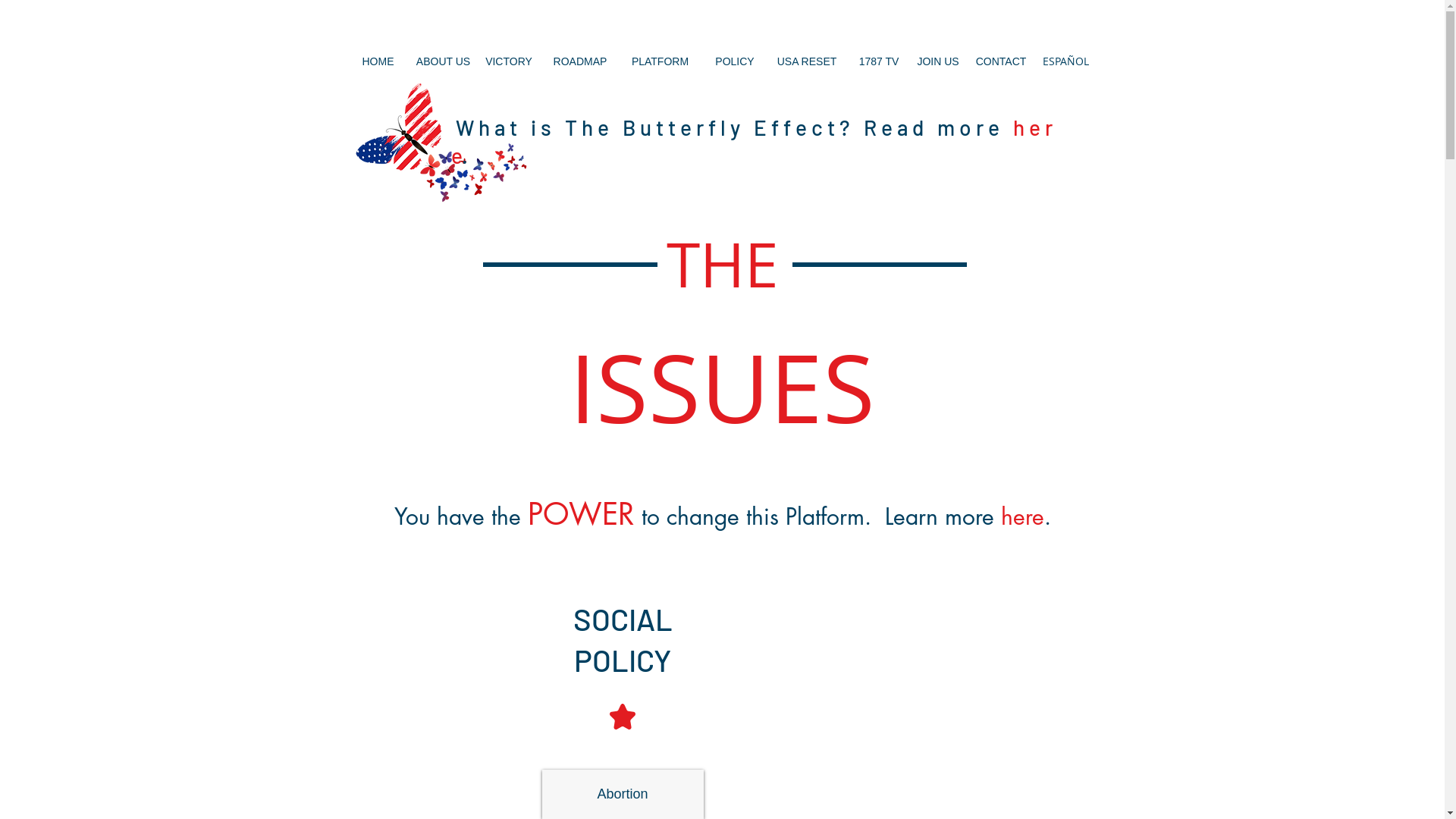 This screenshot has width=1456, height=819. What do you see at coordinates (528, 516) in the screenshot?
I see `'POWER'` at bounding box center [528, 516].